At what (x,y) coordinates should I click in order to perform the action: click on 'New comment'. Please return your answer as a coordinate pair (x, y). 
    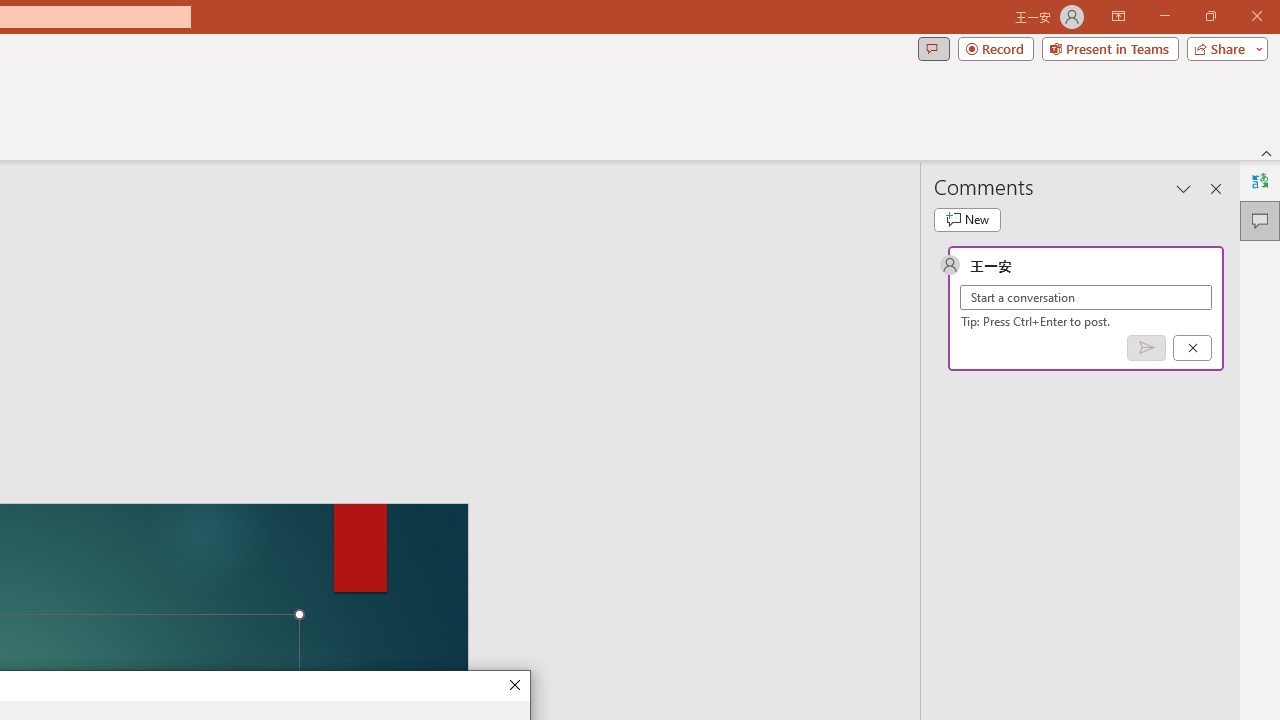
    Looking at the image, I should click on (967, 219).